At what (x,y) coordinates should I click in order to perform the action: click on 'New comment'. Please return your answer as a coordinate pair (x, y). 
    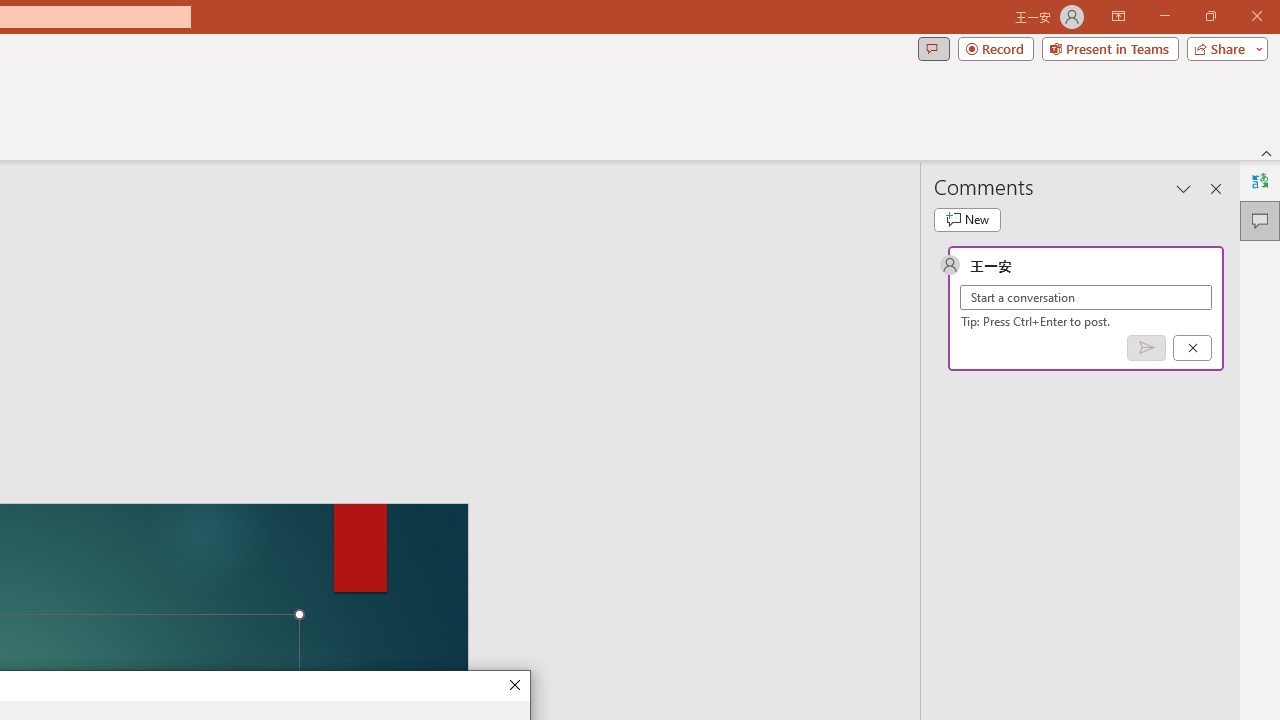
    Looking at the image, I should click on (967, 219).